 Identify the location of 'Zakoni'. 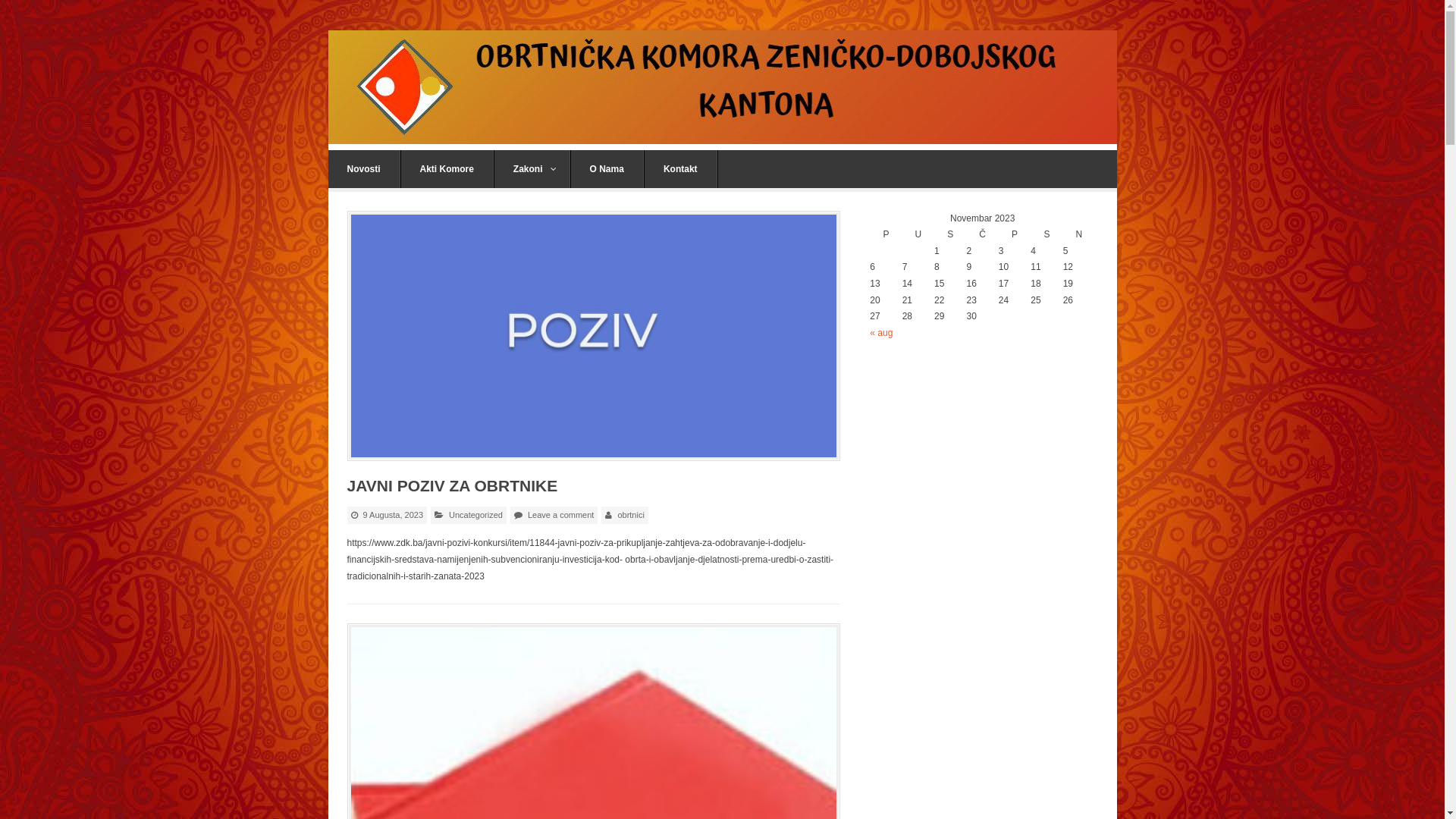
(532, 169).